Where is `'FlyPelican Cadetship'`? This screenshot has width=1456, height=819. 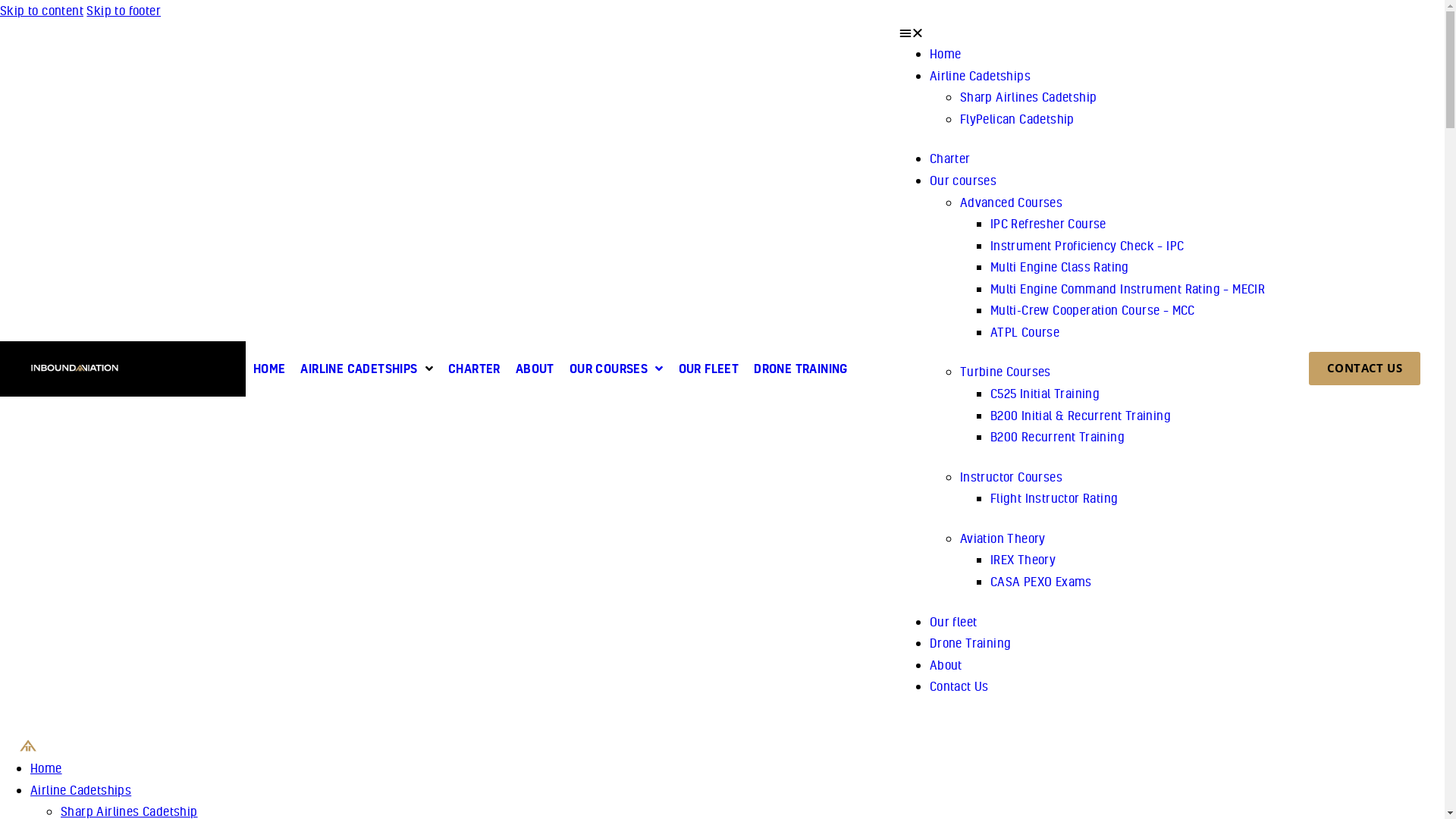
'FlyPelican Cadetship' is located at coordinates (1017, 118).